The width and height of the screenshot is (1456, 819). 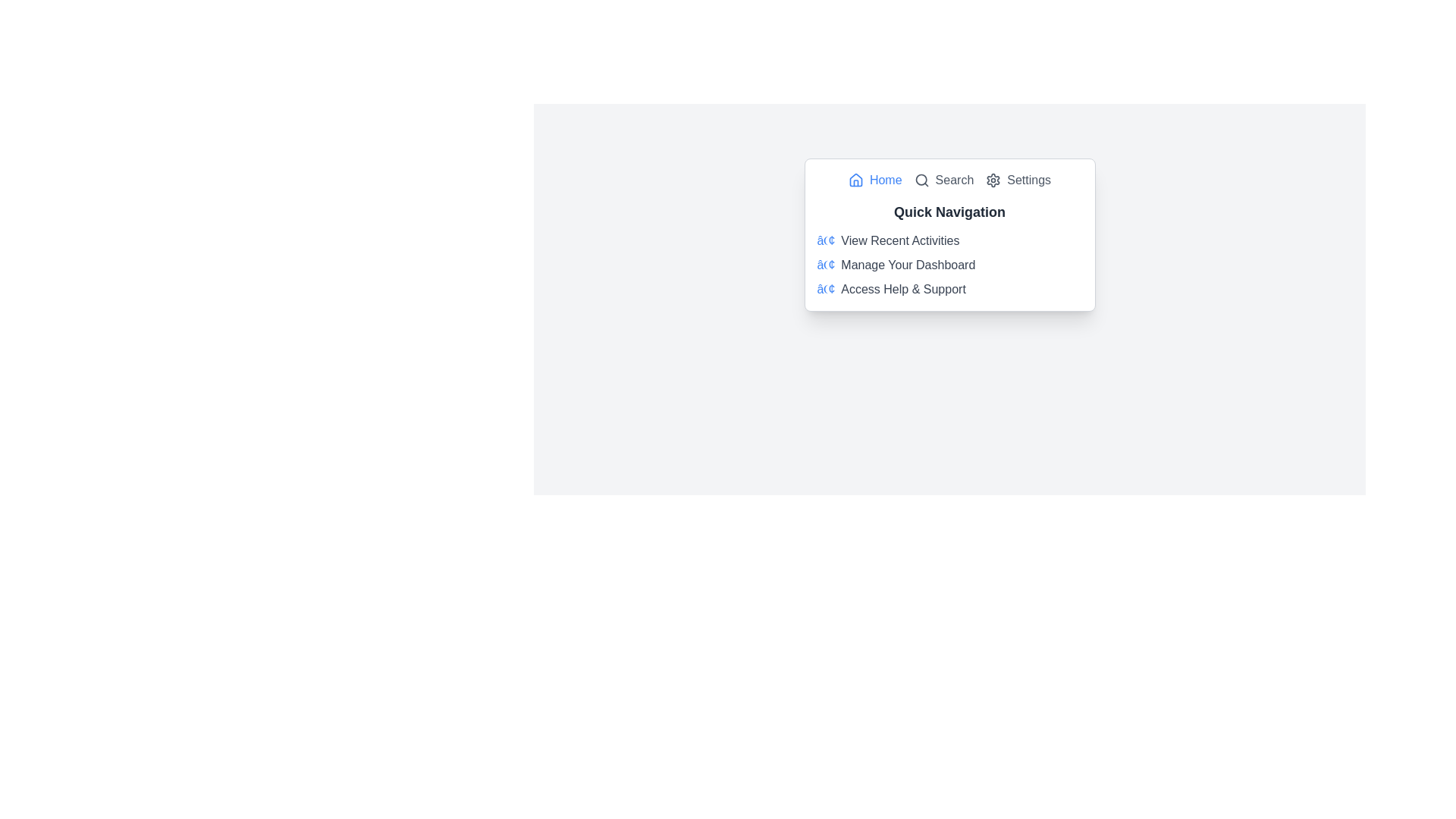 I want to click on the 'Home' navigation icon located at the top-left corner of the content card, so click(x=855, y=180).